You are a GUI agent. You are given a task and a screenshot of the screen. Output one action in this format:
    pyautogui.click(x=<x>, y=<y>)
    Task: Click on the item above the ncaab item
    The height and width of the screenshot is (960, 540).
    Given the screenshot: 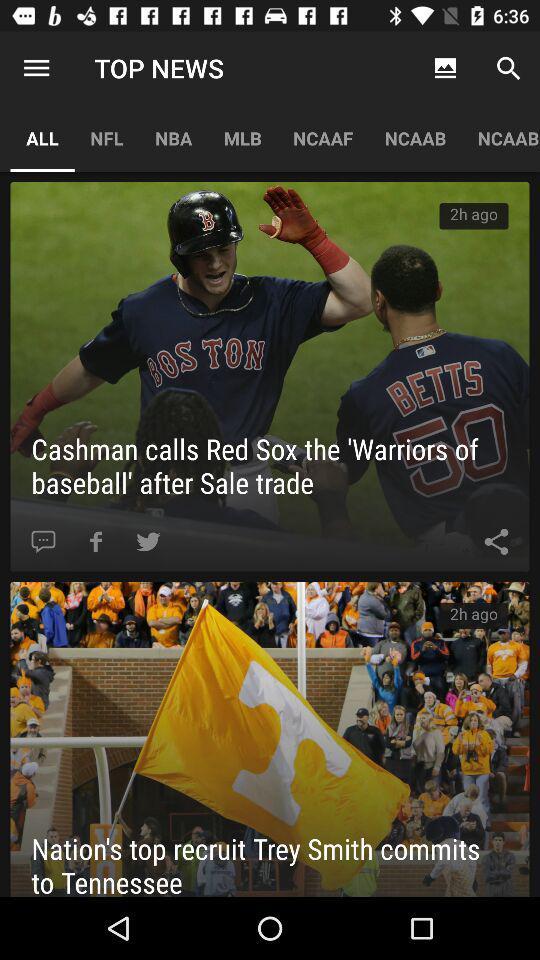 What is the action you would take?
    pyautogui.click(x=445, y=68)
    